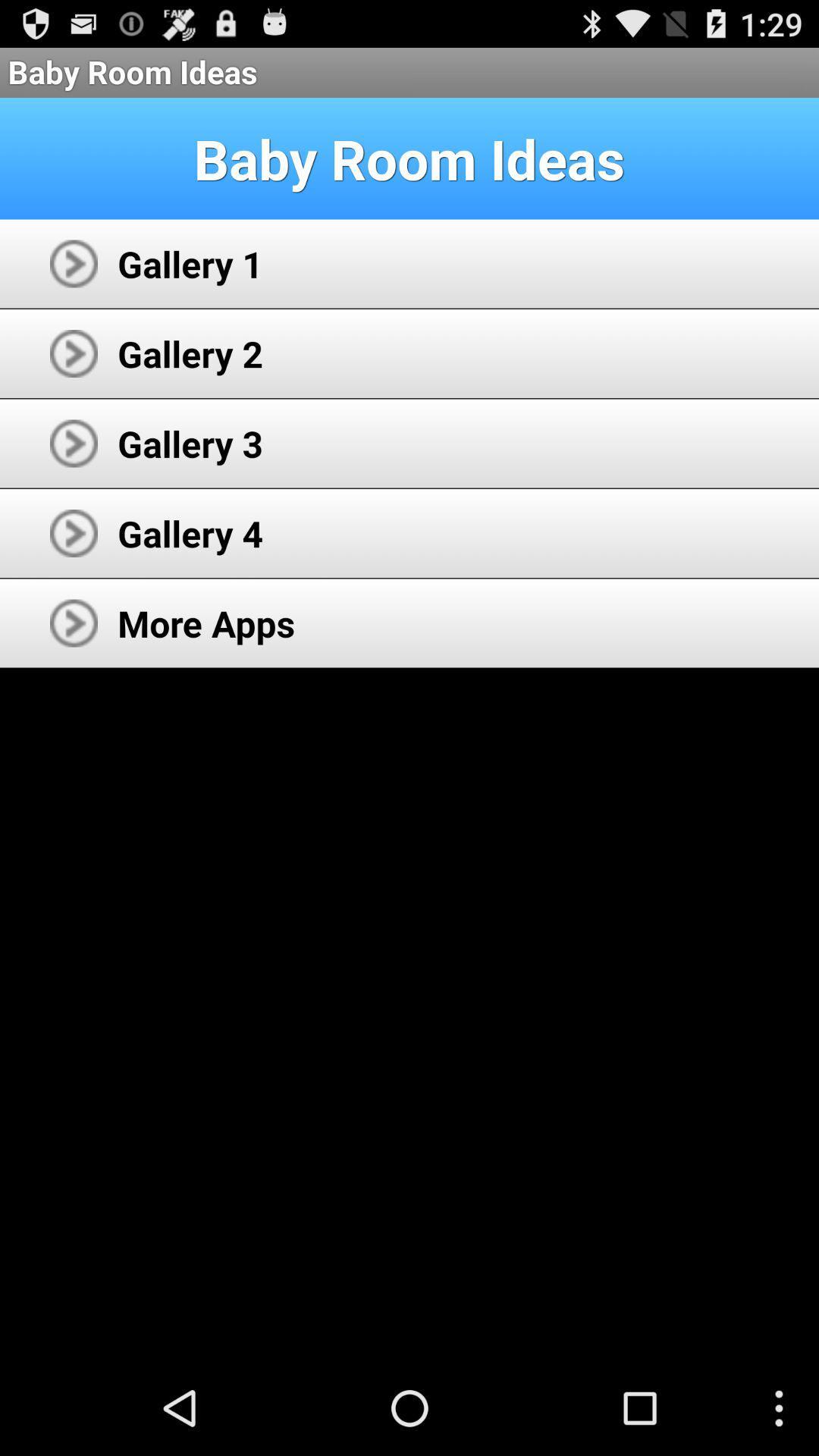 Image resolution: width=819 pixels, height=1456 pixels. I want to click on icon below gallery 2 icon, so click(190, 443).